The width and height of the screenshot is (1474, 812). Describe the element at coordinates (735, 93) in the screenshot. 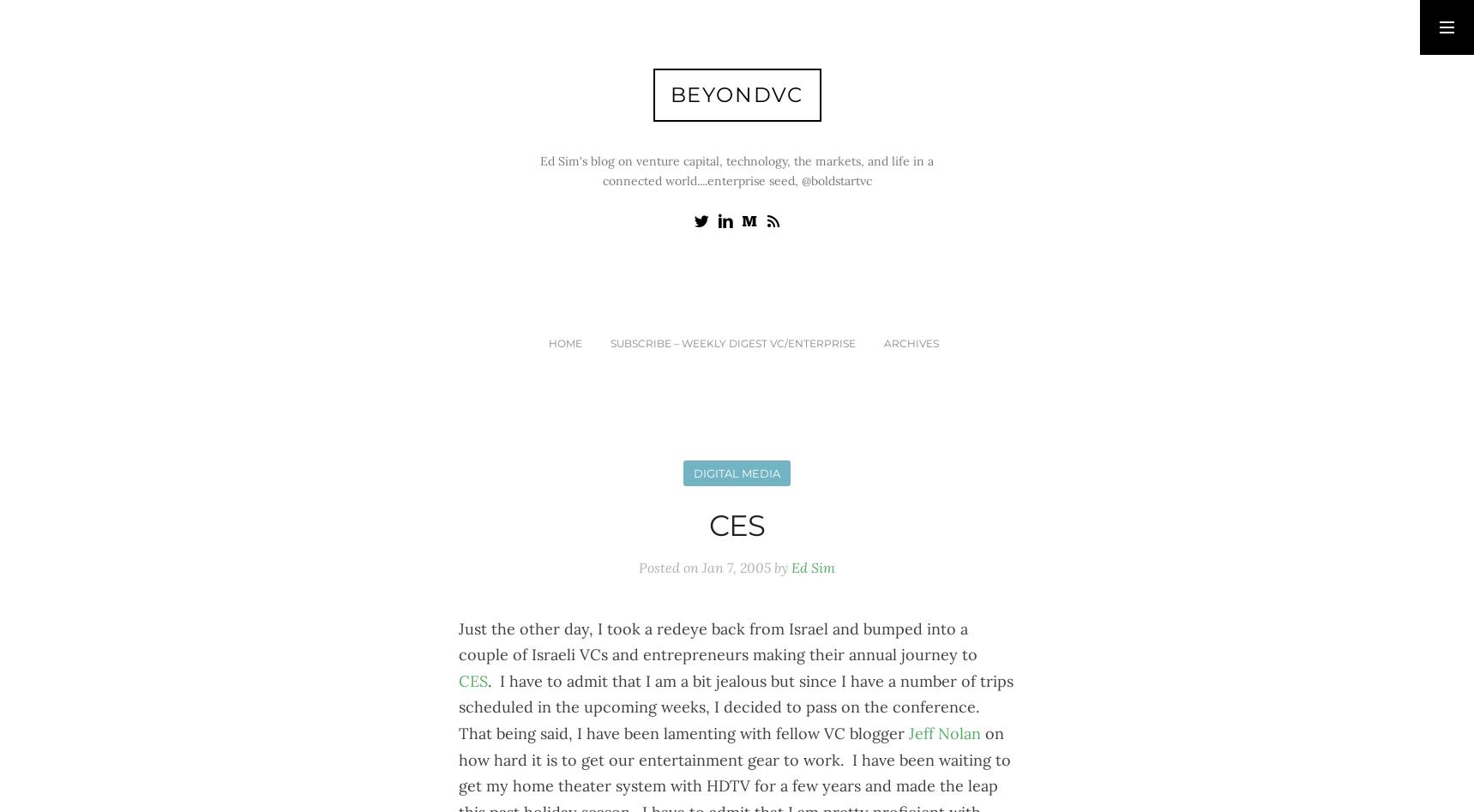

I see `'BeyondVC'` at that location.